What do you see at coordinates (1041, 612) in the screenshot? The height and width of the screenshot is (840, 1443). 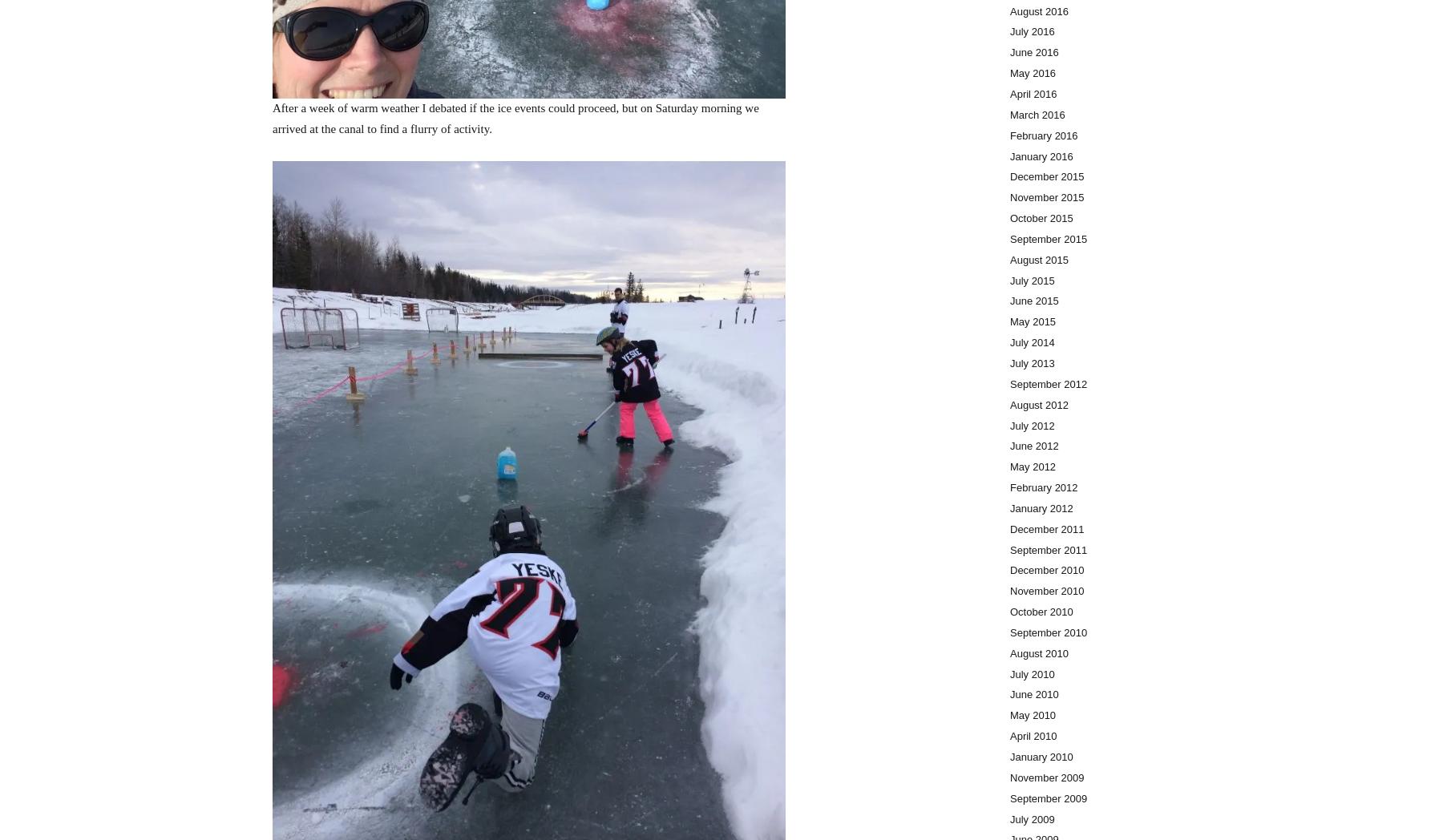 I see `'October 2010'` at bounding box center [1041, 612].